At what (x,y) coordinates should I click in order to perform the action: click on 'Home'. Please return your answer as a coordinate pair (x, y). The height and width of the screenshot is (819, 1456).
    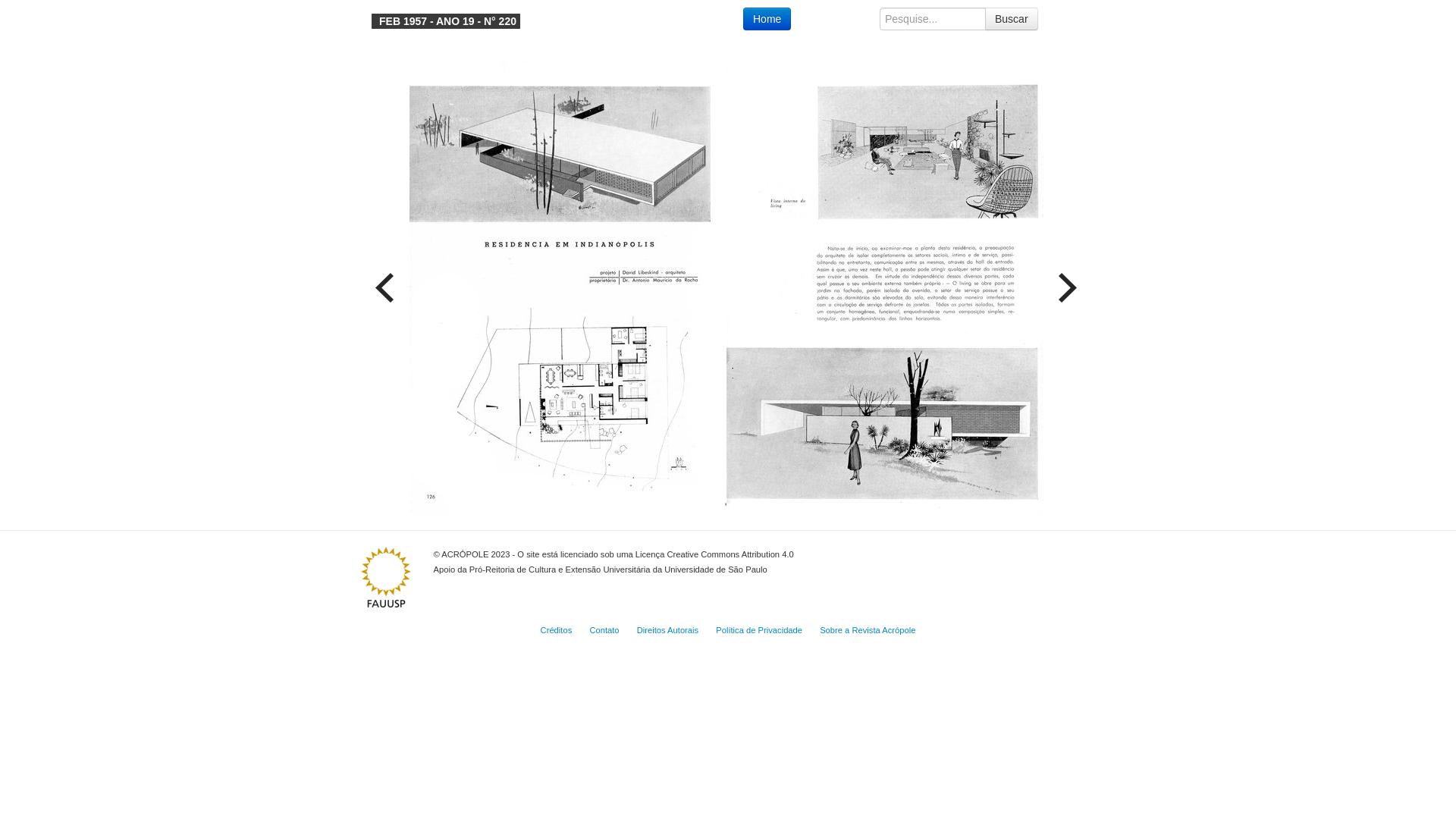
    Looking at the image, I should click on (767, 18).